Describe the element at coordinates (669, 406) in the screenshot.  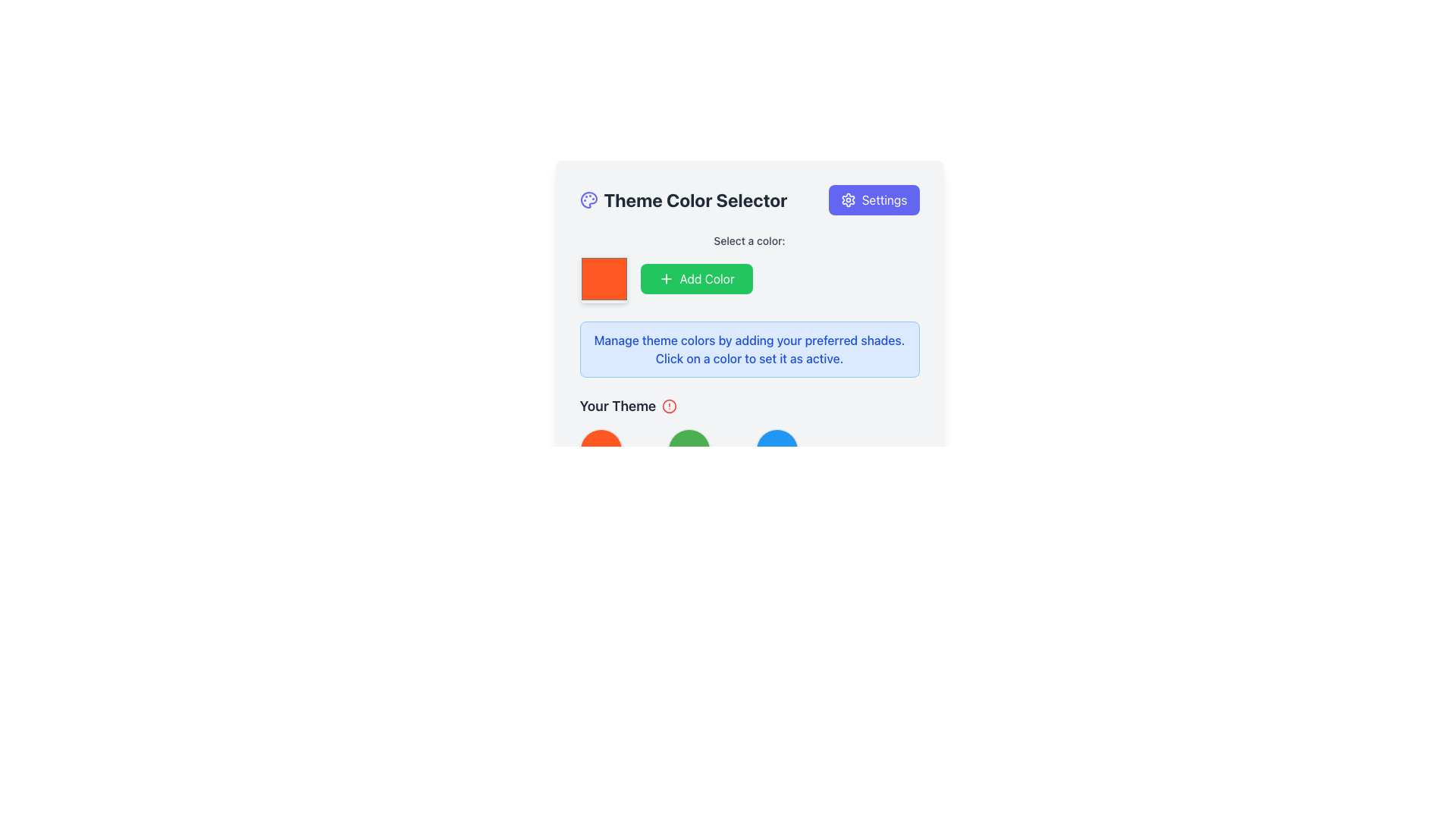
I see `SVG circle graphic that serves as a component of the alert or notification icon for the 'Your Theme' section by performing a click action` at that location.